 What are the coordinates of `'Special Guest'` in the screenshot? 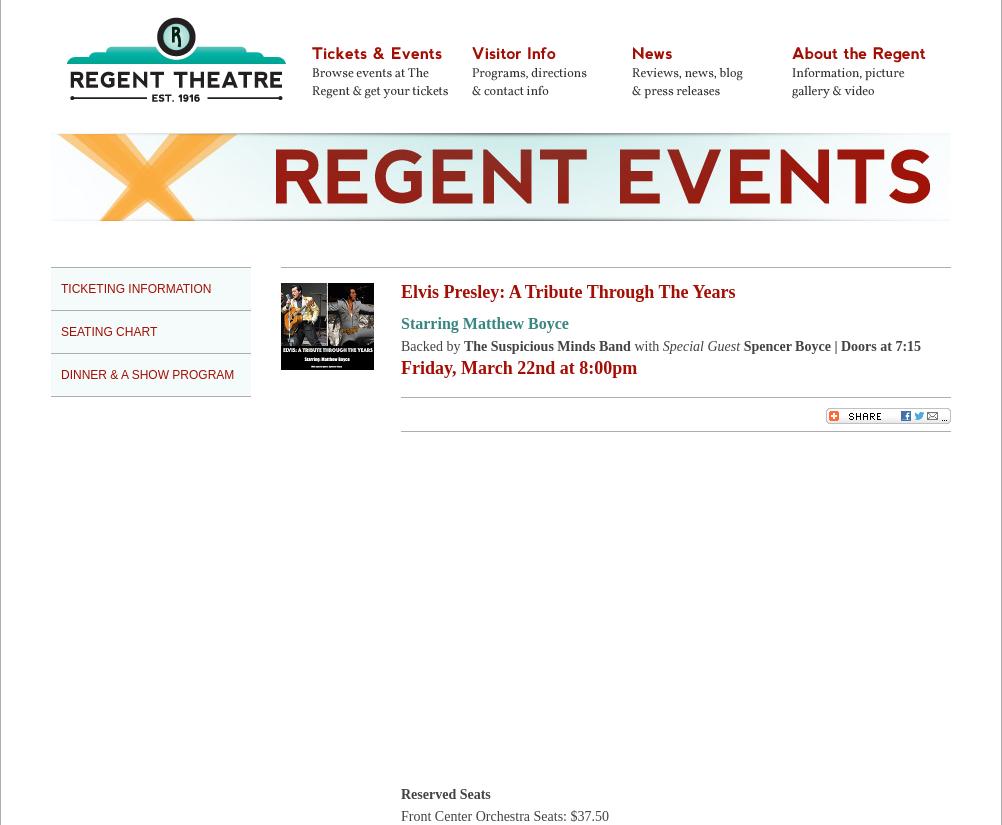 It's located at (661, 345).